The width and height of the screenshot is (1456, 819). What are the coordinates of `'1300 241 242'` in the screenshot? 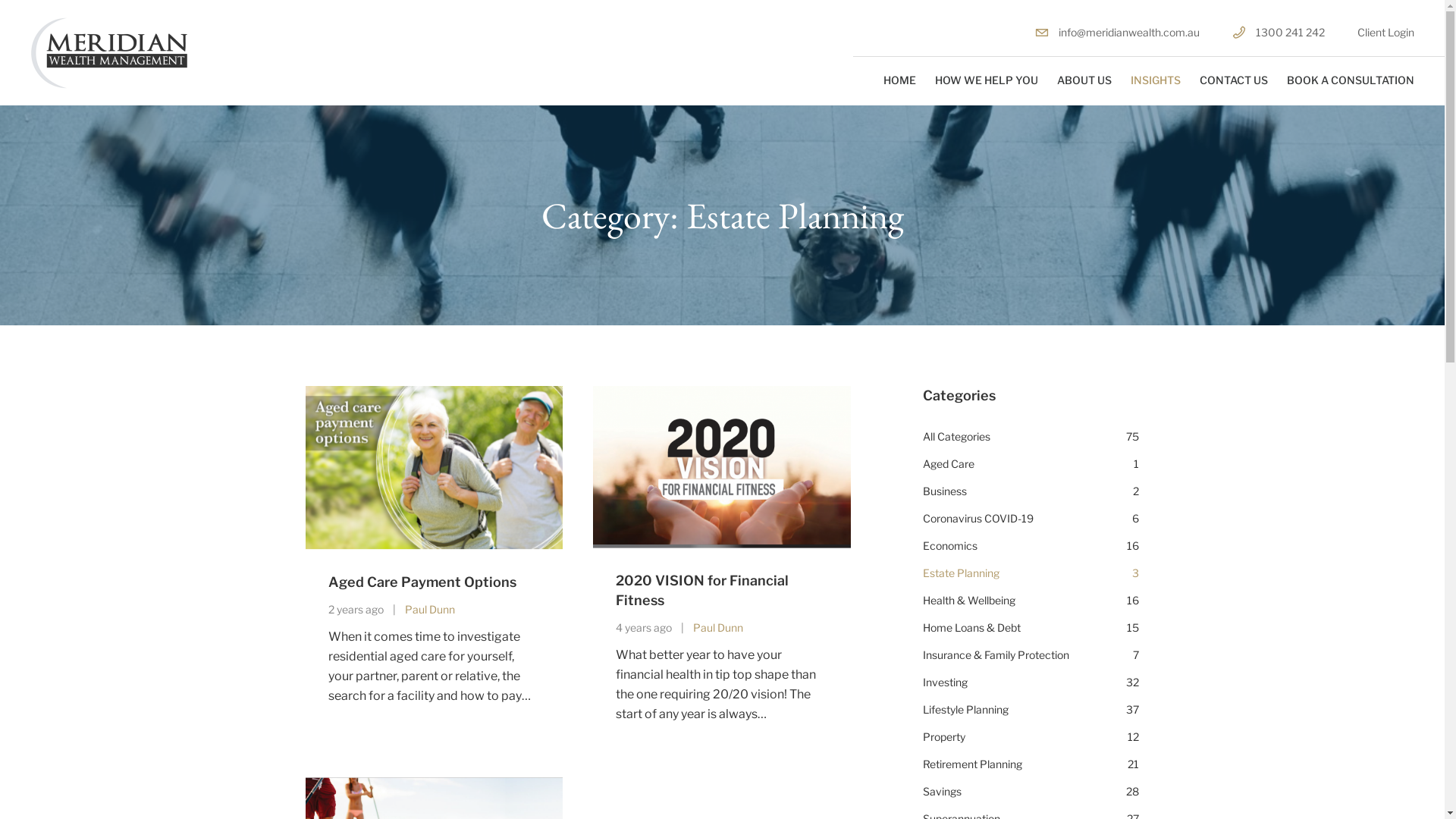 It's located at (1277, 32).